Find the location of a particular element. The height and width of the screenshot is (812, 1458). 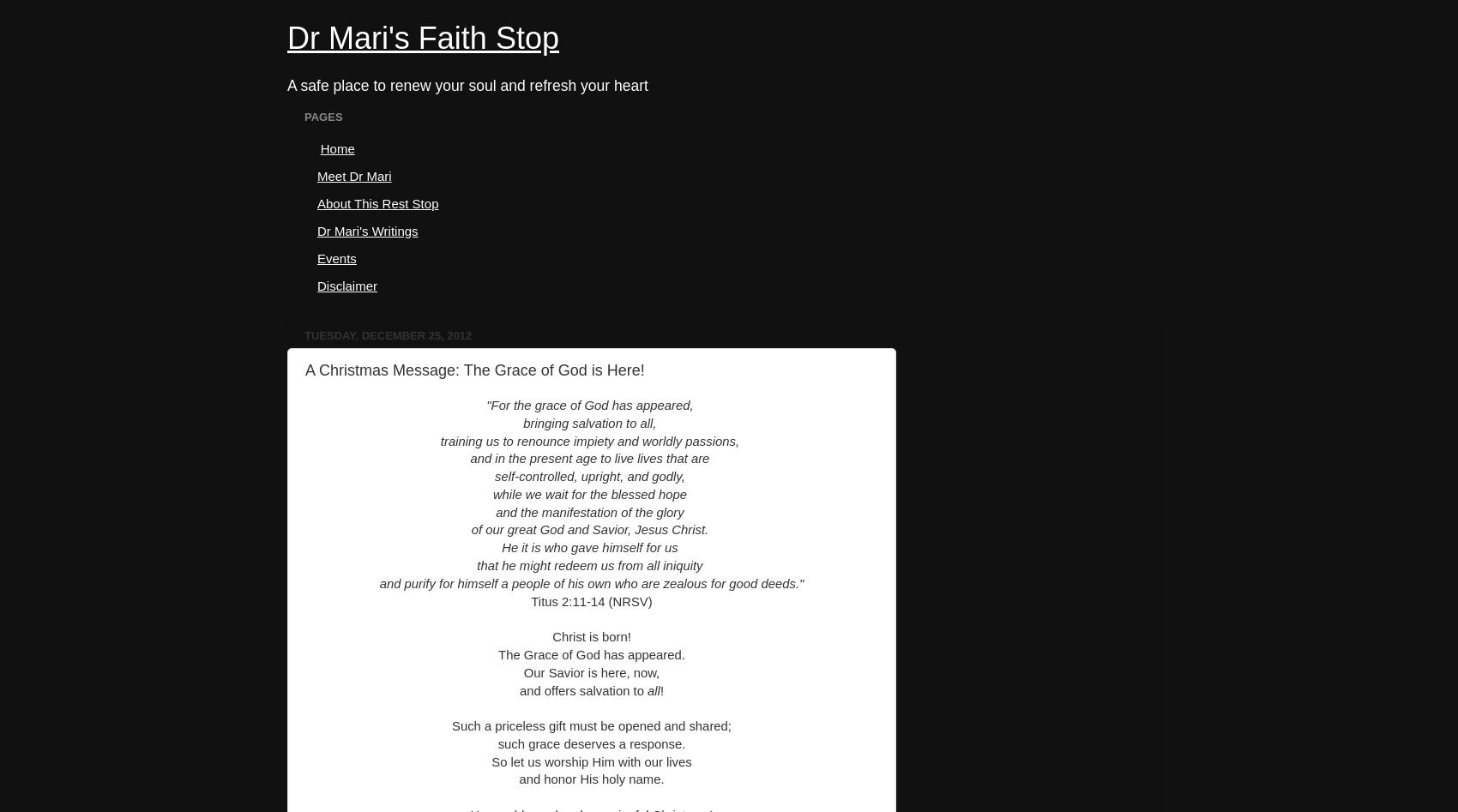

'bringing 
salvation to all,' is located at coordinates (591, 422).